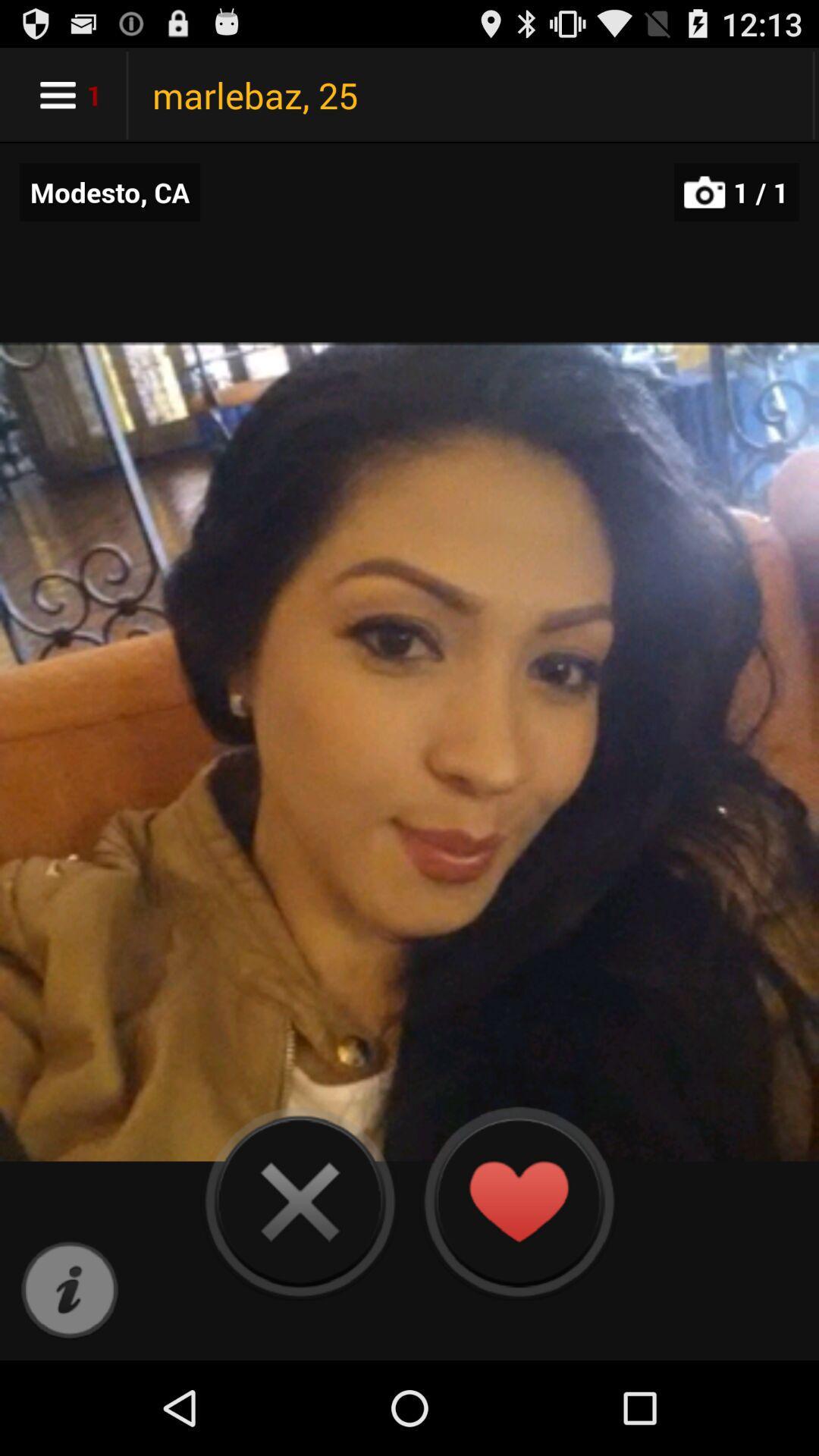  What do you see at coordinates (300, 1200) in the screenshot?
I see `pass option` at bounding box center [300, 1200].